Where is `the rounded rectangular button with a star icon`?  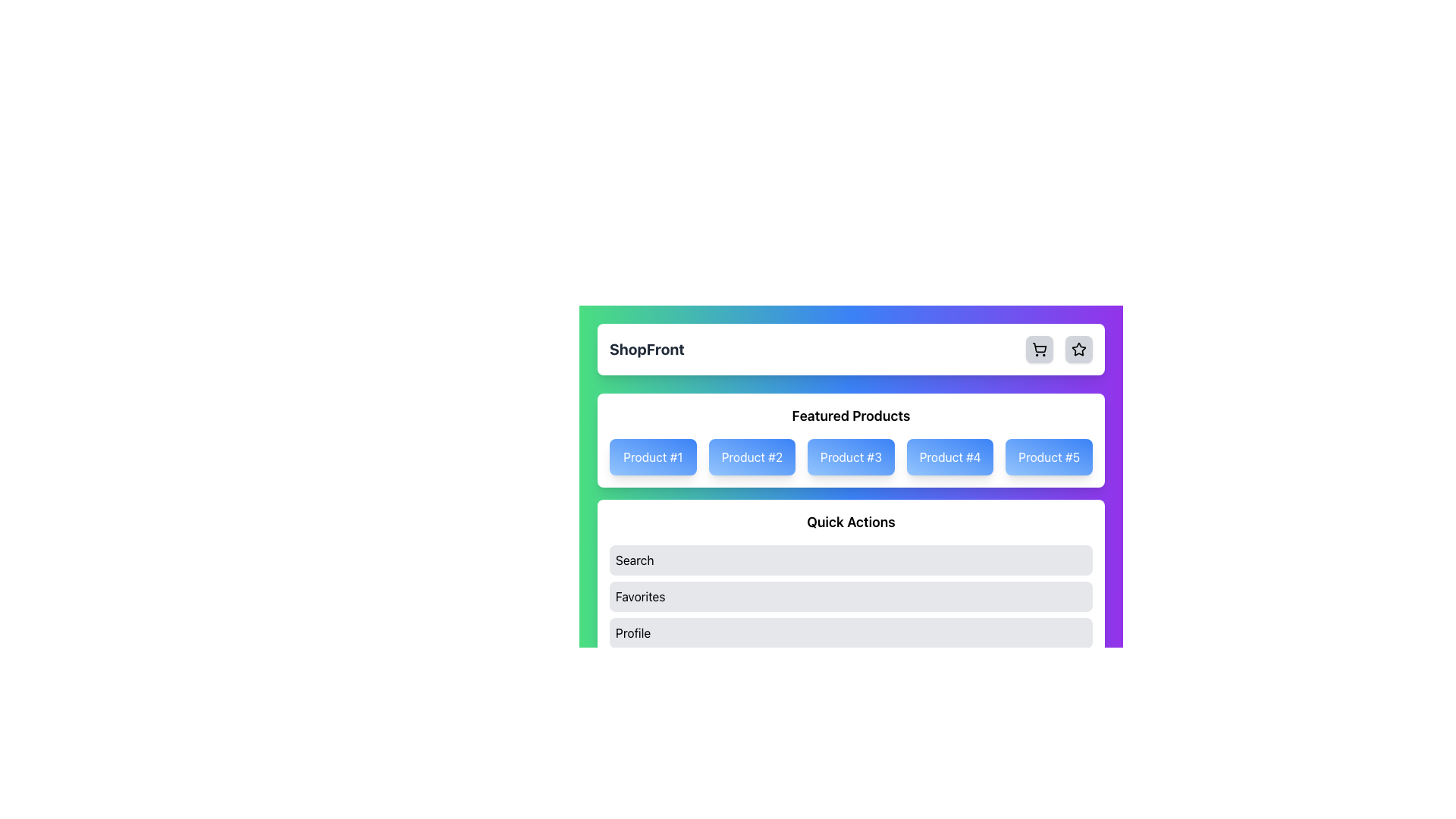 the rounded rectangular button with a star icon is located at coordinates (1078, 350).